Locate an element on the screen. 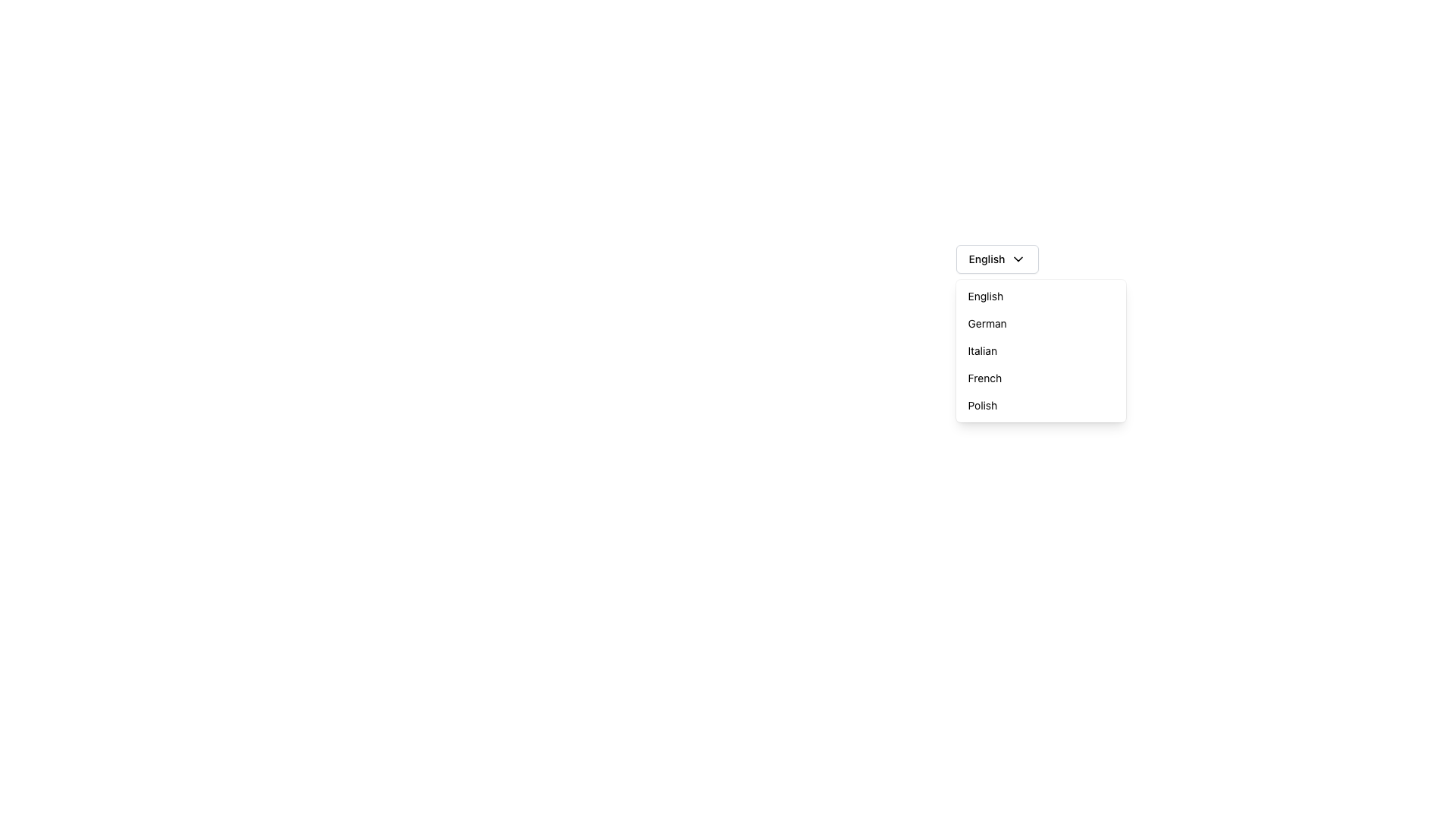 The image size is (1456, 819). the second option in the vertical dropdown menu is located at coordinates (1040, 323).